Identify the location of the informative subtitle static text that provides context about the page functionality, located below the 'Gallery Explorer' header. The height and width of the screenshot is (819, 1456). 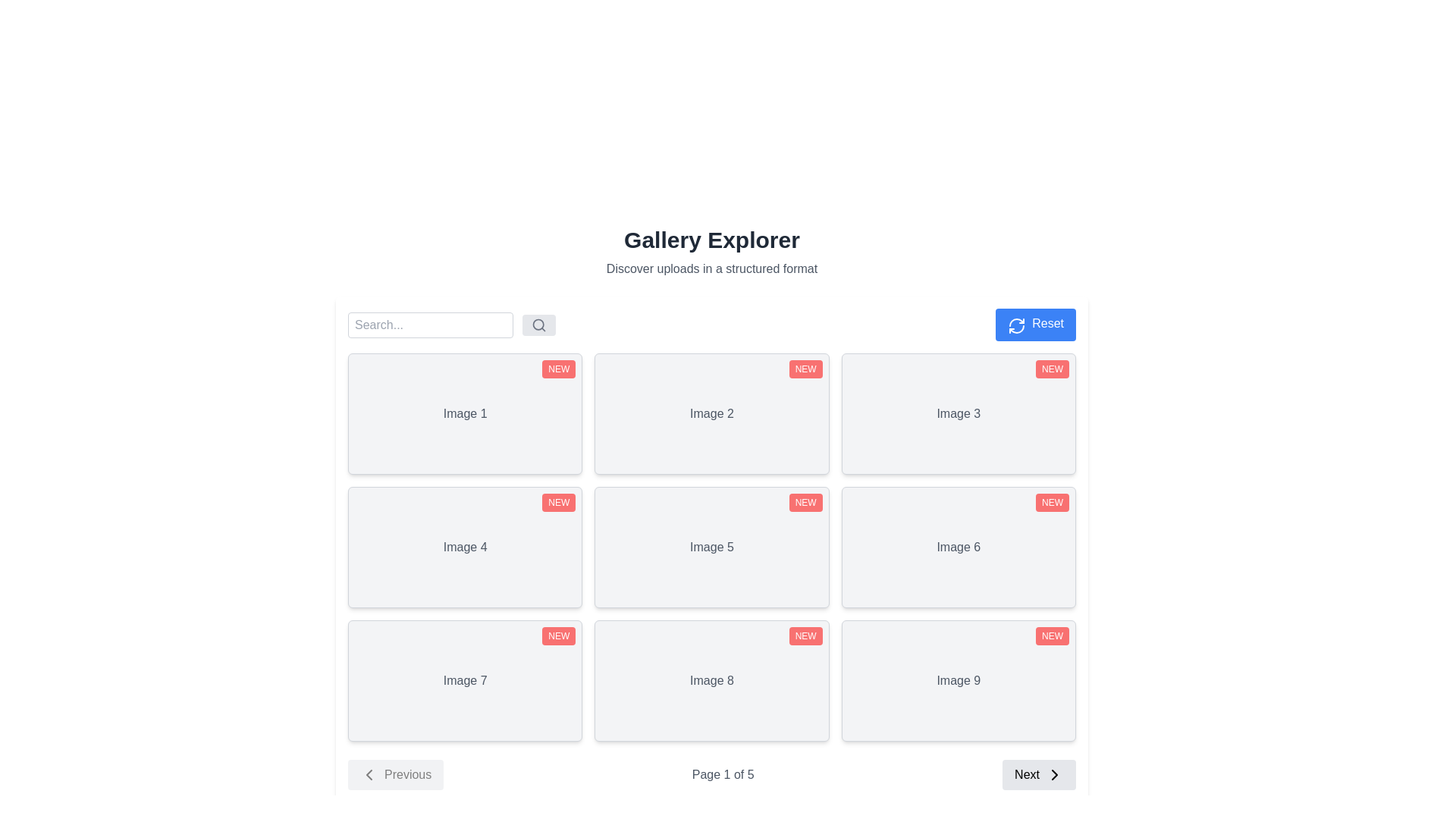
(711, 268).